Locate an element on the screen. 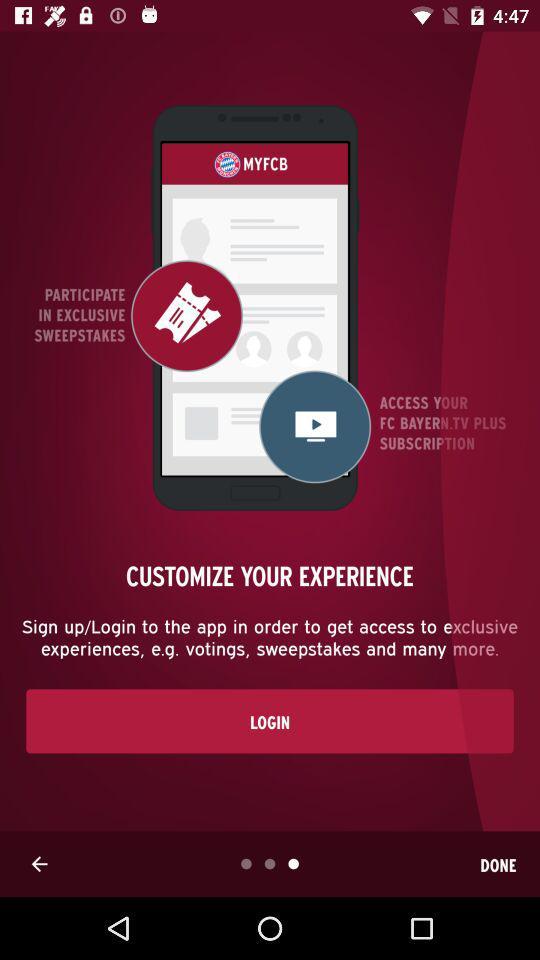  done icon is located at coordinates (497, 863).